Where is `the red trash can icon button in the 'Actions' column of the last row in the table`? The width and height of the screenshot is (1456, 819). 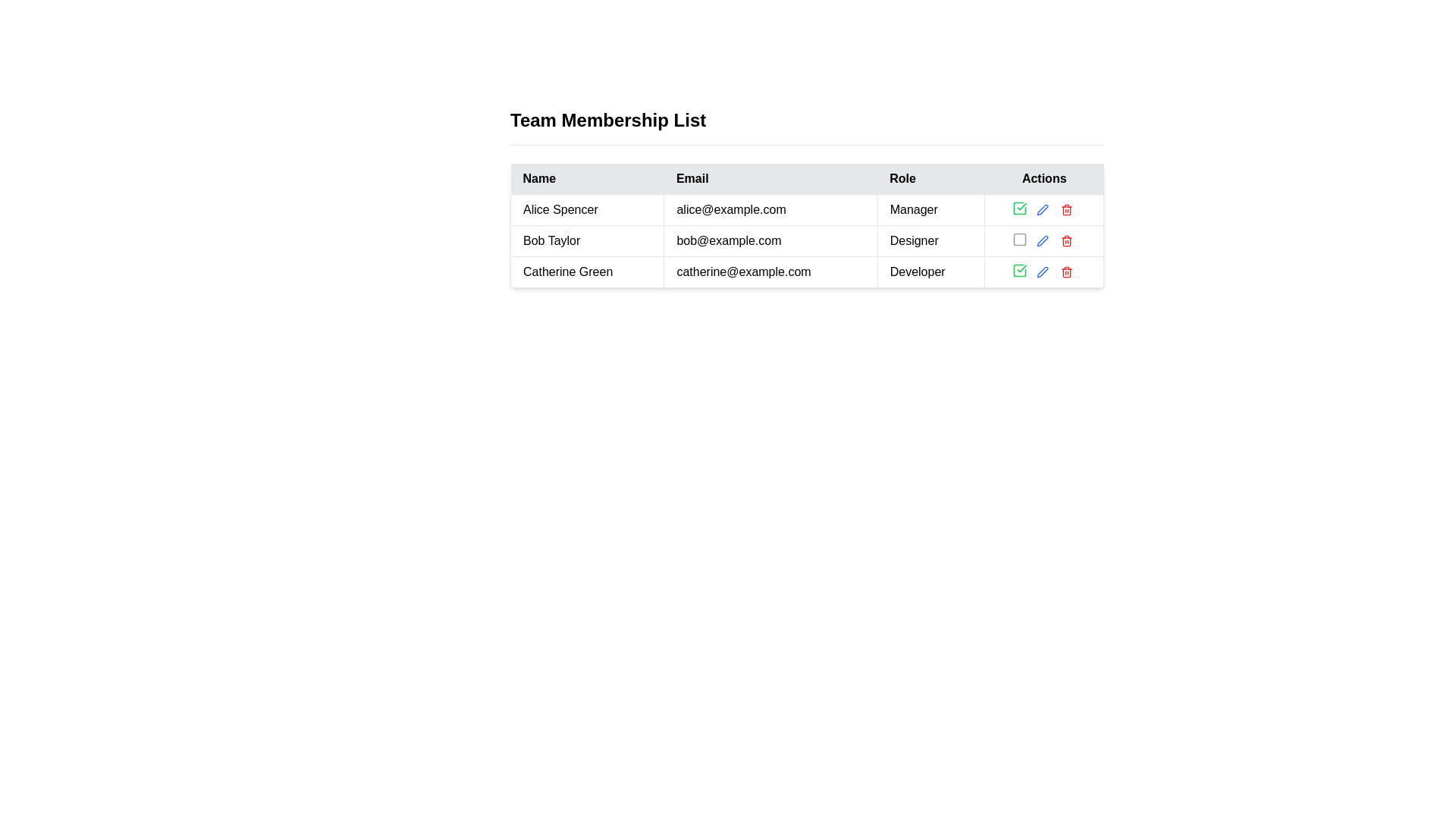
the red trash can icon button in the 'Actions' column of the last row in the table is located at coordinates (1066, 271).